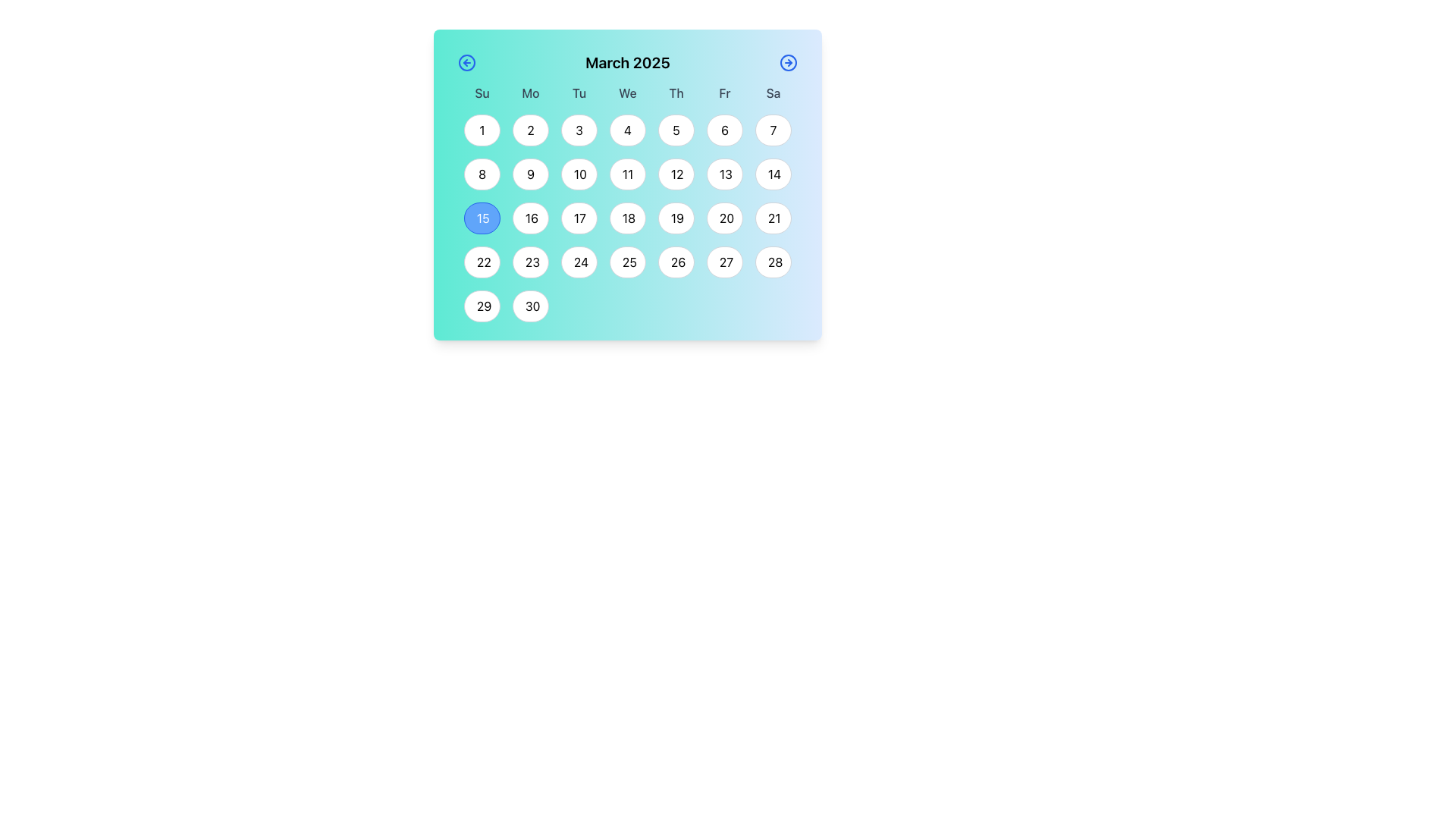 This screenshot has height=819, width=1456. I want to click on the first day button in the calendar view, located under the 'Su' header, so click(481, 130).